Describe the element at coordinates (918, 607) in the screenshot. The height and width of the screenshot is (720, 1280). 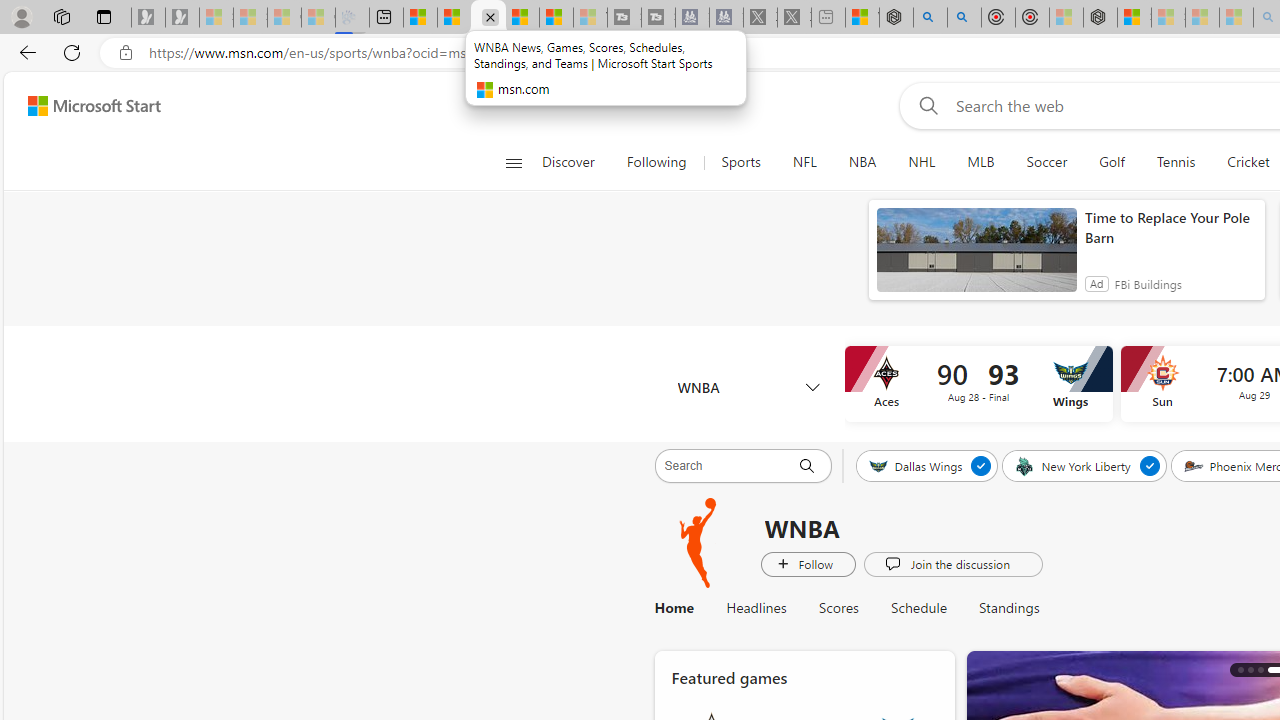
I see `'Schedule'` at that location.